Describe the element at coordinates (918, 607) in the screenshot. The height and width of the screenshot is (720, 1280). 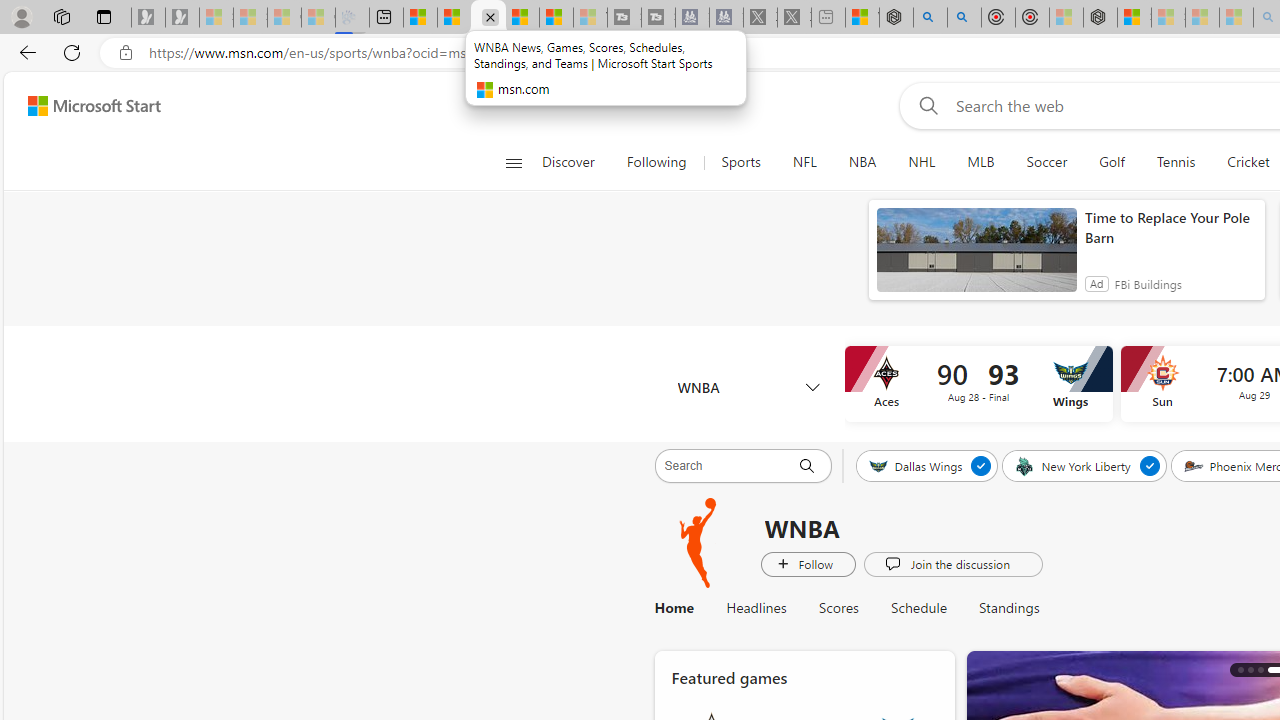
I see `'Schedule'` at that location.